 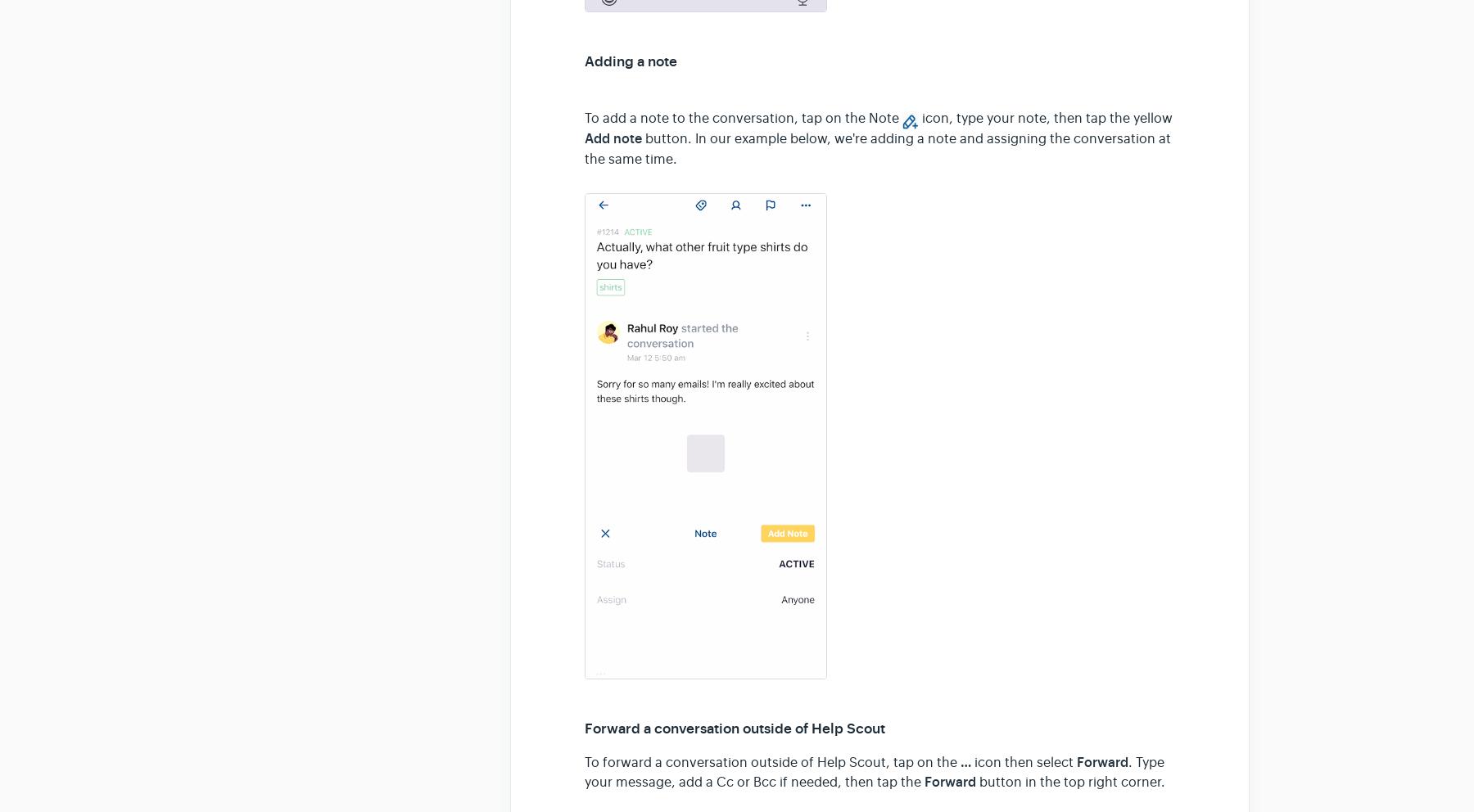 I want to click on 'button. In our example below, we're adding a note and assigning the conversation at the same time.', so click(x=584, y=148).